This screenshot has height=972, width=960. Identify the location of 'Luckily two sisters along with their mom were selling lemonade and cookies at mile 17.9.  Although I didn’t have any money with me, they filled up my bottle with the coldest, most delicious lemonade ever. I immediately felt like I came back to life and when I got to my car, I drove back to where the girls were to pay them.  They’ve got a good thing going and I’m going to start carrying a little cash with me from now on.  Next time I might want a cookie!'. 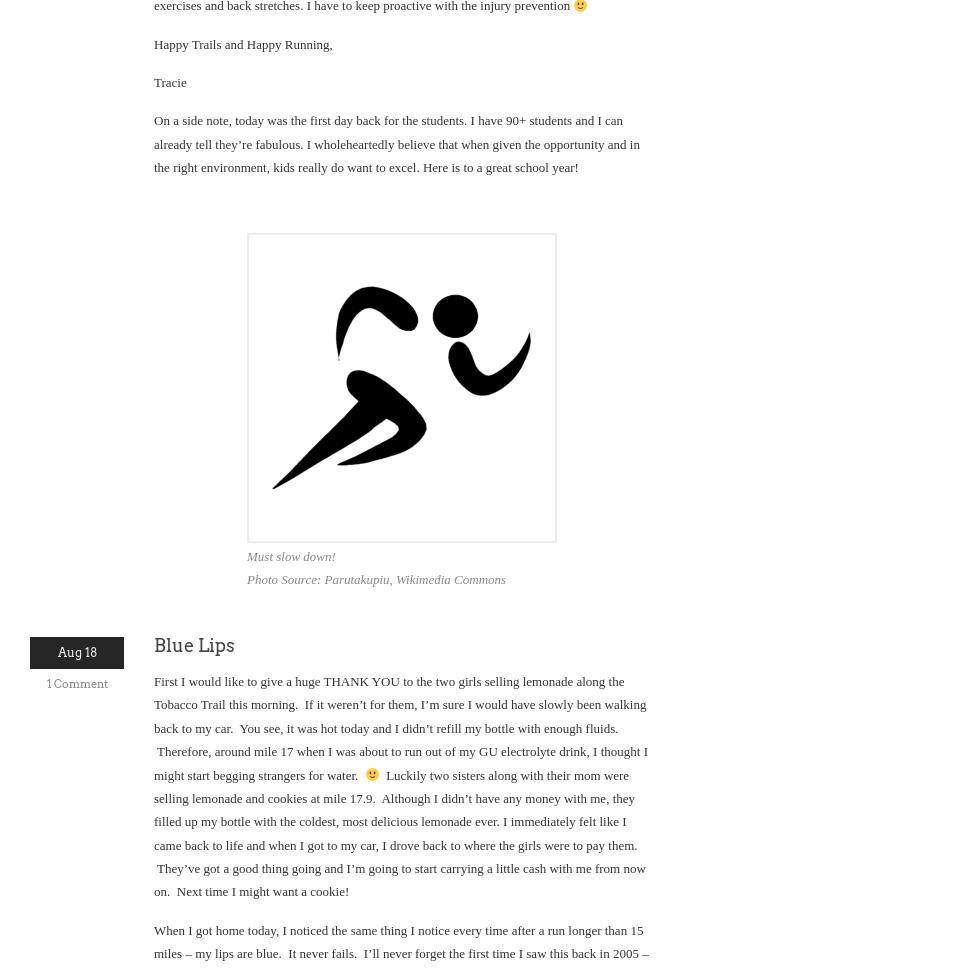
(152, 832).